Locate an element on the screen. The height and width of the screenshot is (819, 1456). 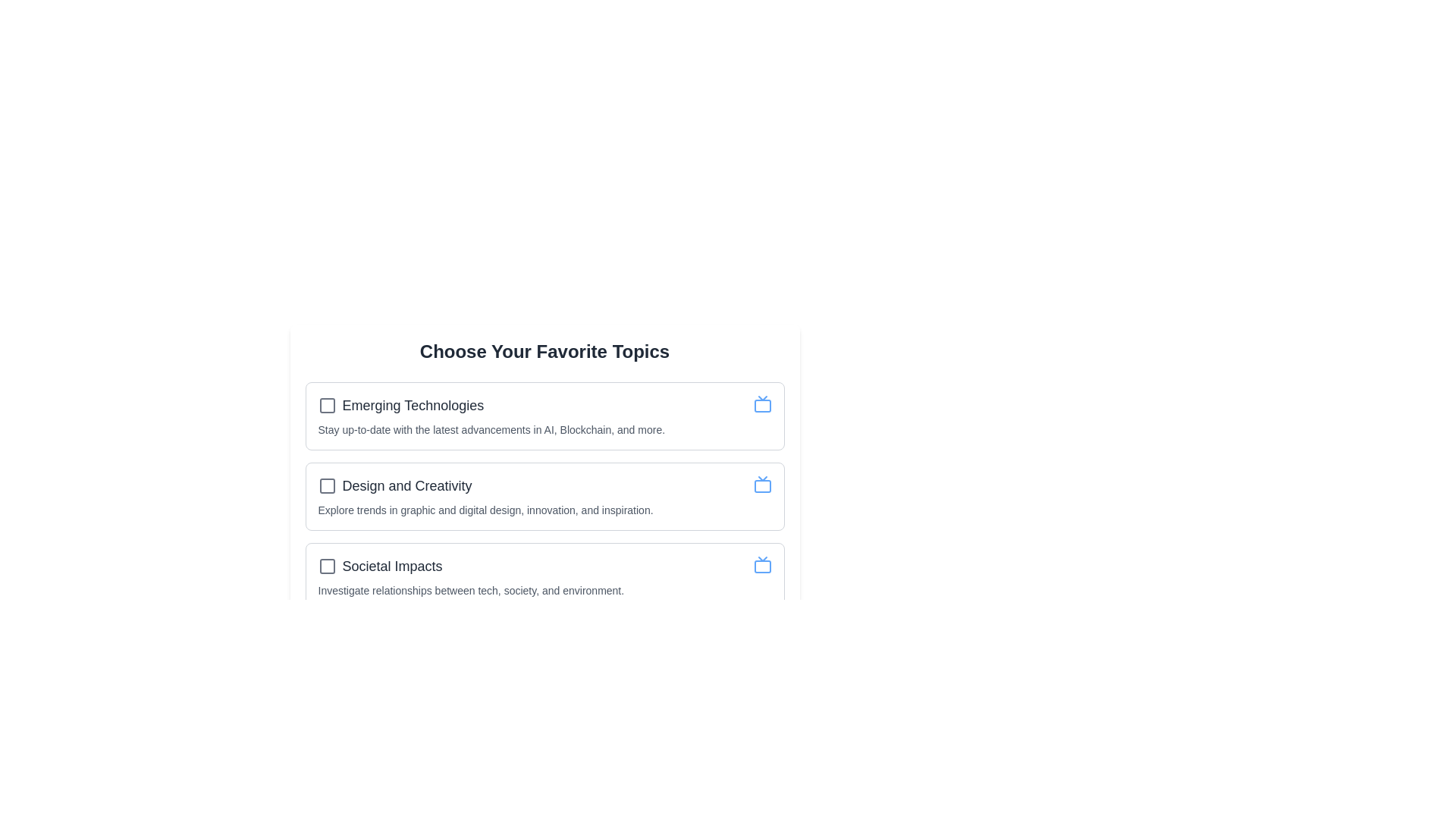
the checkbox located next to the 'Emerging Technologies' label is located at coordinates (326, 405).